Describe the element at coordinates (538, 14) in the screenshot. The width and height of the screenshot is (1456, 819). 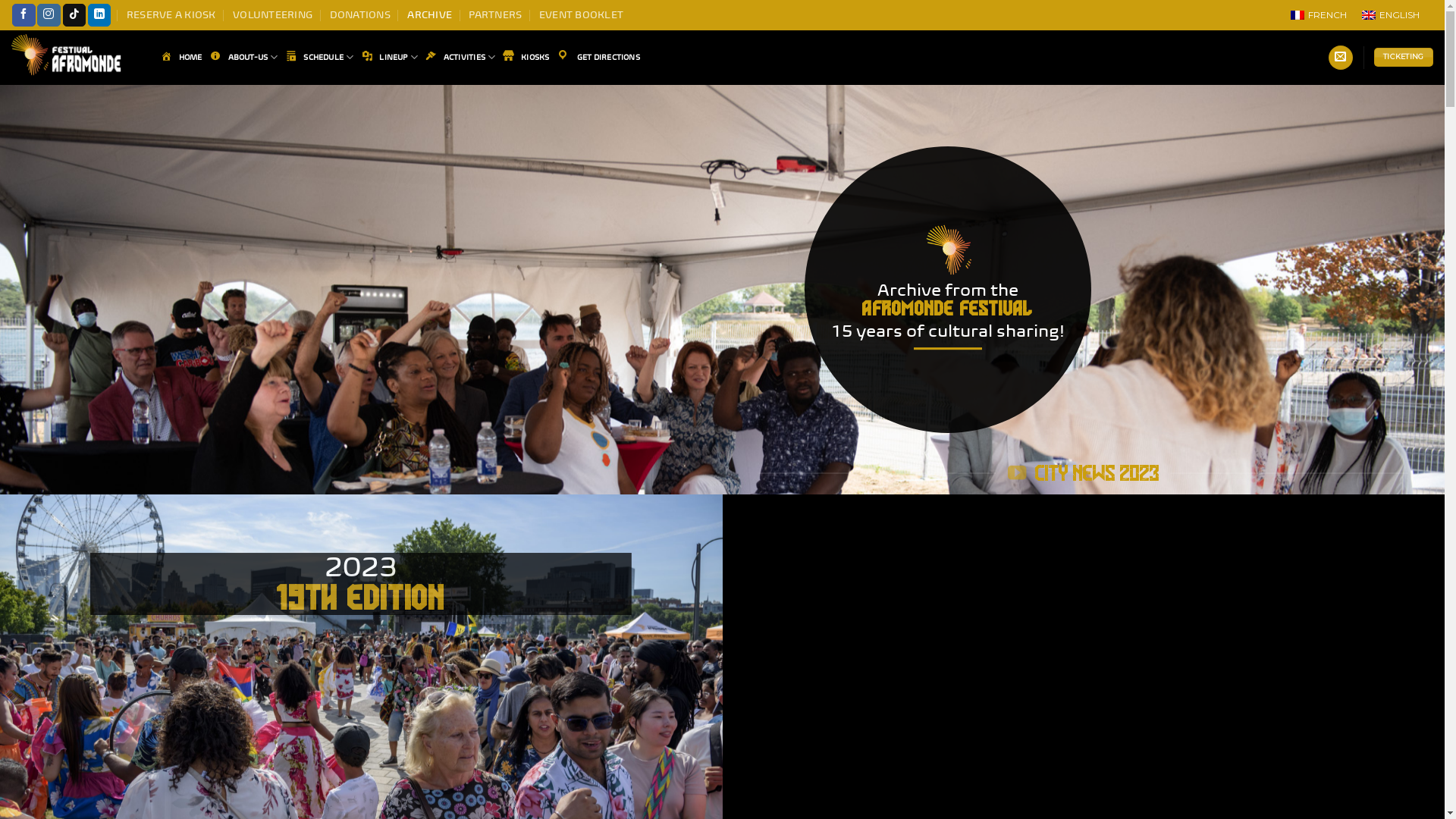
I see `'EVENT BOOKLET'` at that location.